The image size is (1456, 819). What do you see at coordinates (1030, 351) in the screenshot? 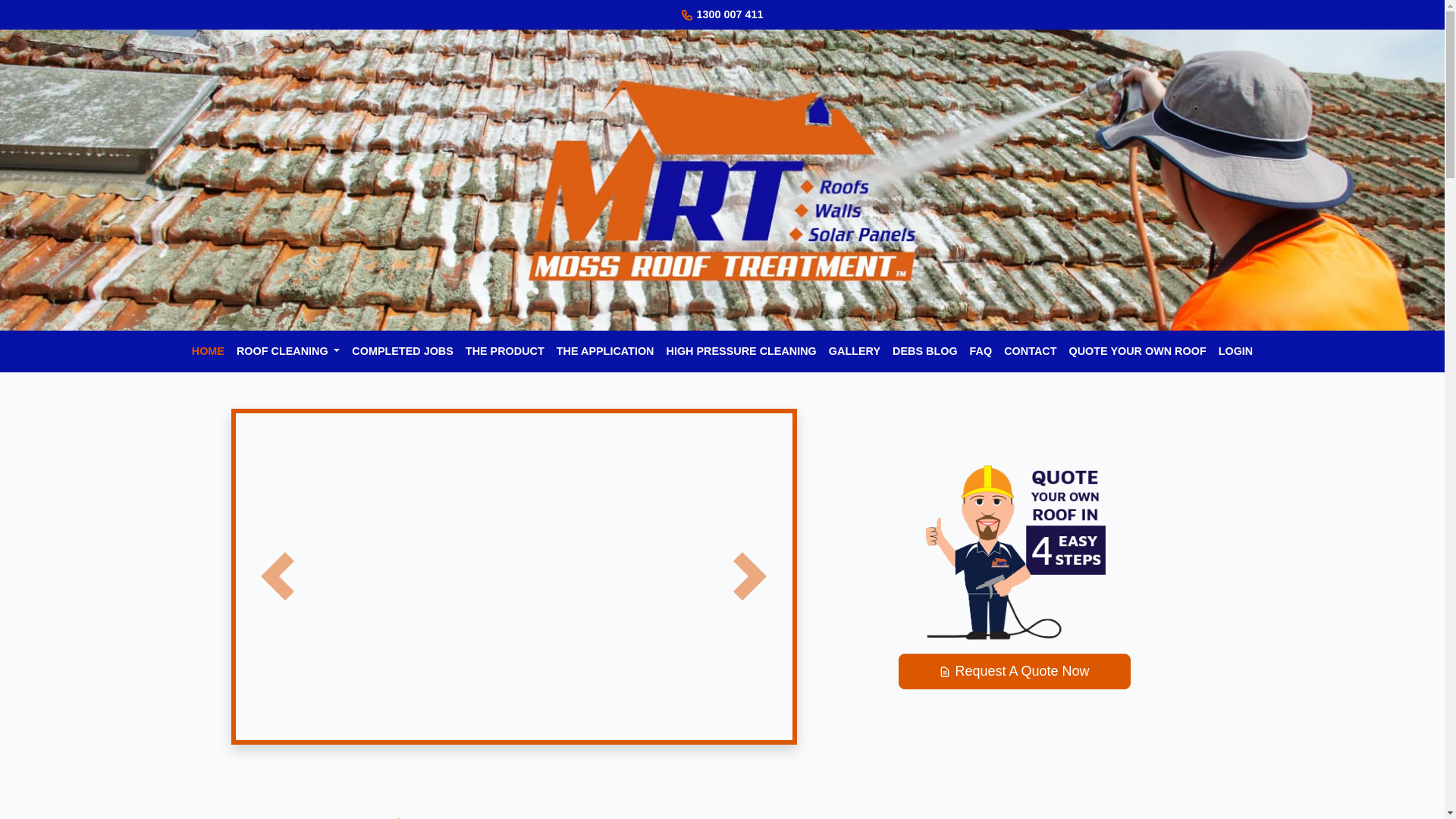
I see `'CONTACT'` at bounding box center [1030, 351].